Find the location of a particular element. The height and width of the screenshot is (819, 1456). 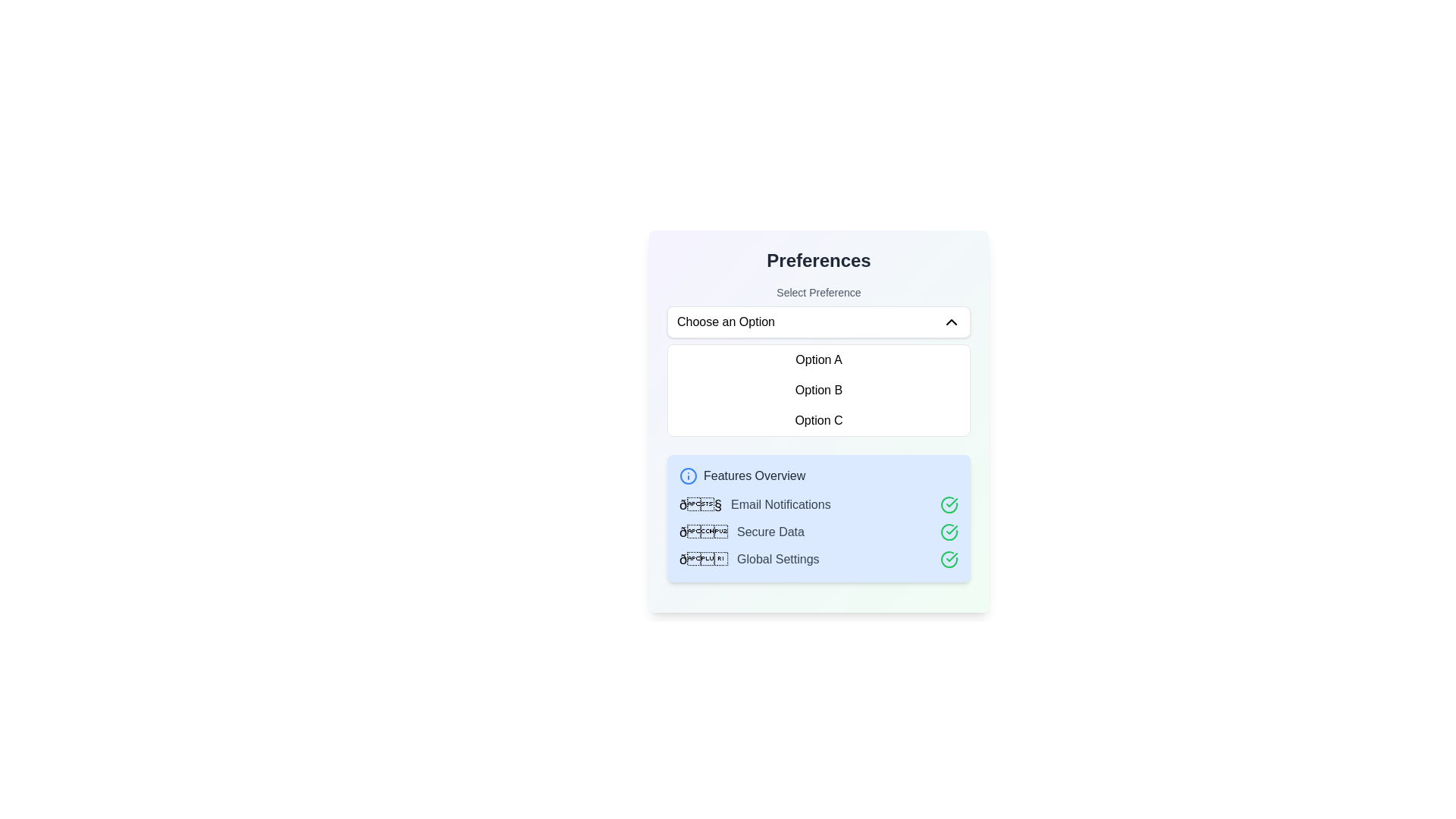

the text label reading 'Features Overview', which is styled with medium font weight and gray color, located to the right of a blue information icon is located at coordinates (755, 475).